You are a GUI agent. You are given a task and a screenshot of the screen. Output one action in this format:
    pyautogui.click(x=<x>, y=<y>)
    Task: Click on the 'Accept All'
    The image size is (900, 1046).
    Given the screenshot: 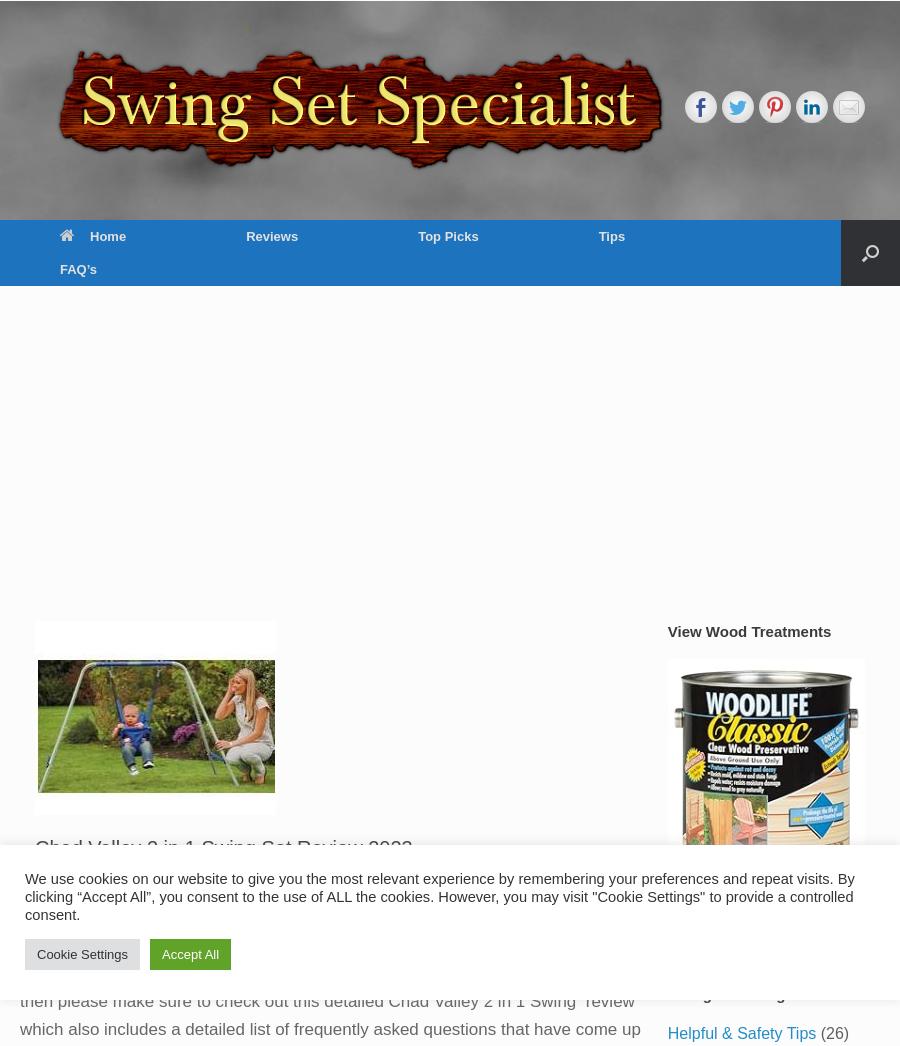 What is the action you would take?
    pyautogui.click(x=190, y=953)
    